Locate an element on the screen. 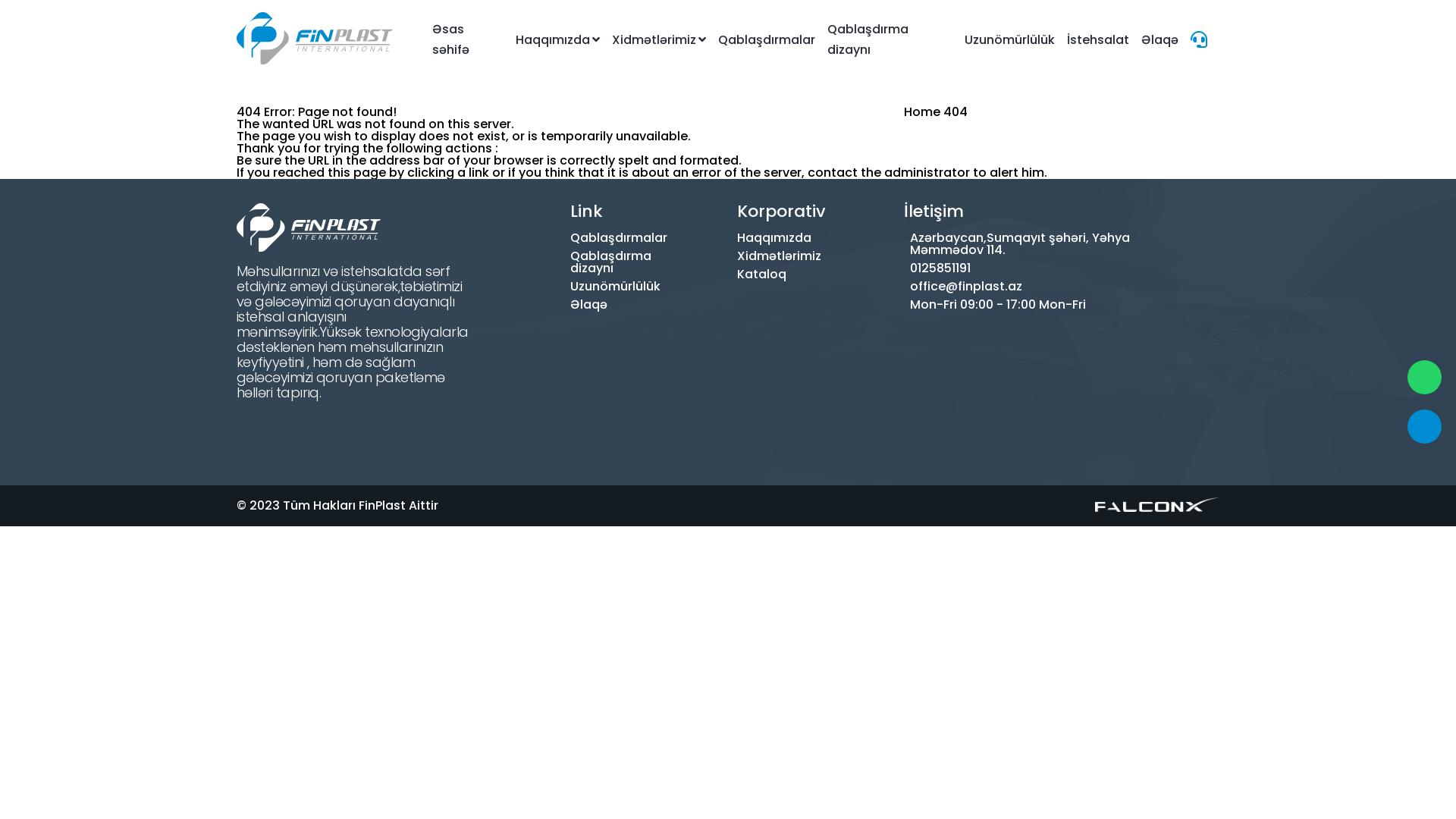 This screenshot has height=819, width=1456. 'Home' is located at coordinates (921, 111).